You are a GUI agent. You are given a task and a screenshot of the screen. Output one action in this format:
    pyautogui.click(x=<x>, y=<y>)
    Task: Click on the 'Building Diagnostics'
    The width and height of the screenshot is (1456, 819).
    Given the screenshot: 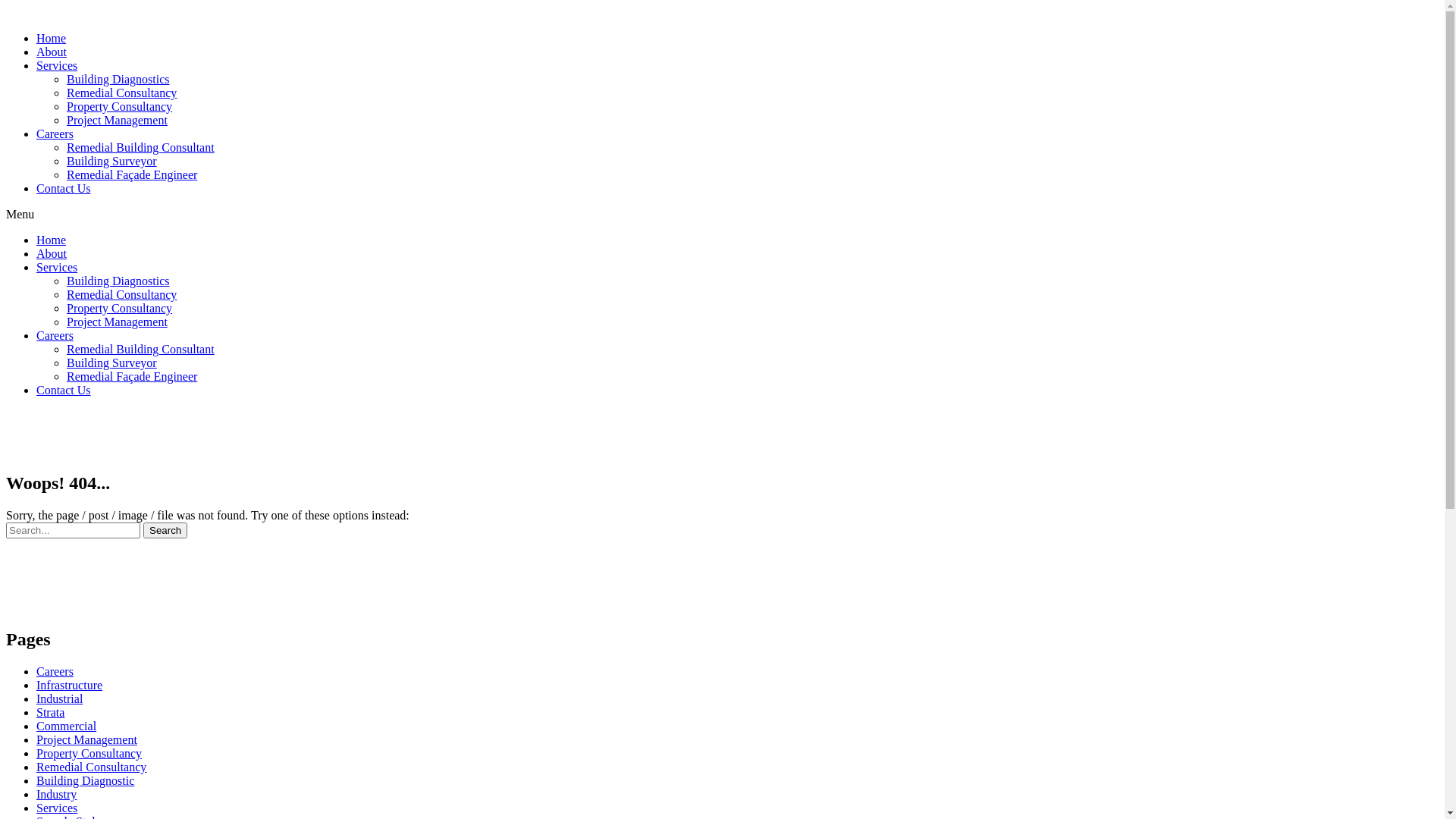 What is the action you would take?
    pyautogui.click(x=65, y=281)
    